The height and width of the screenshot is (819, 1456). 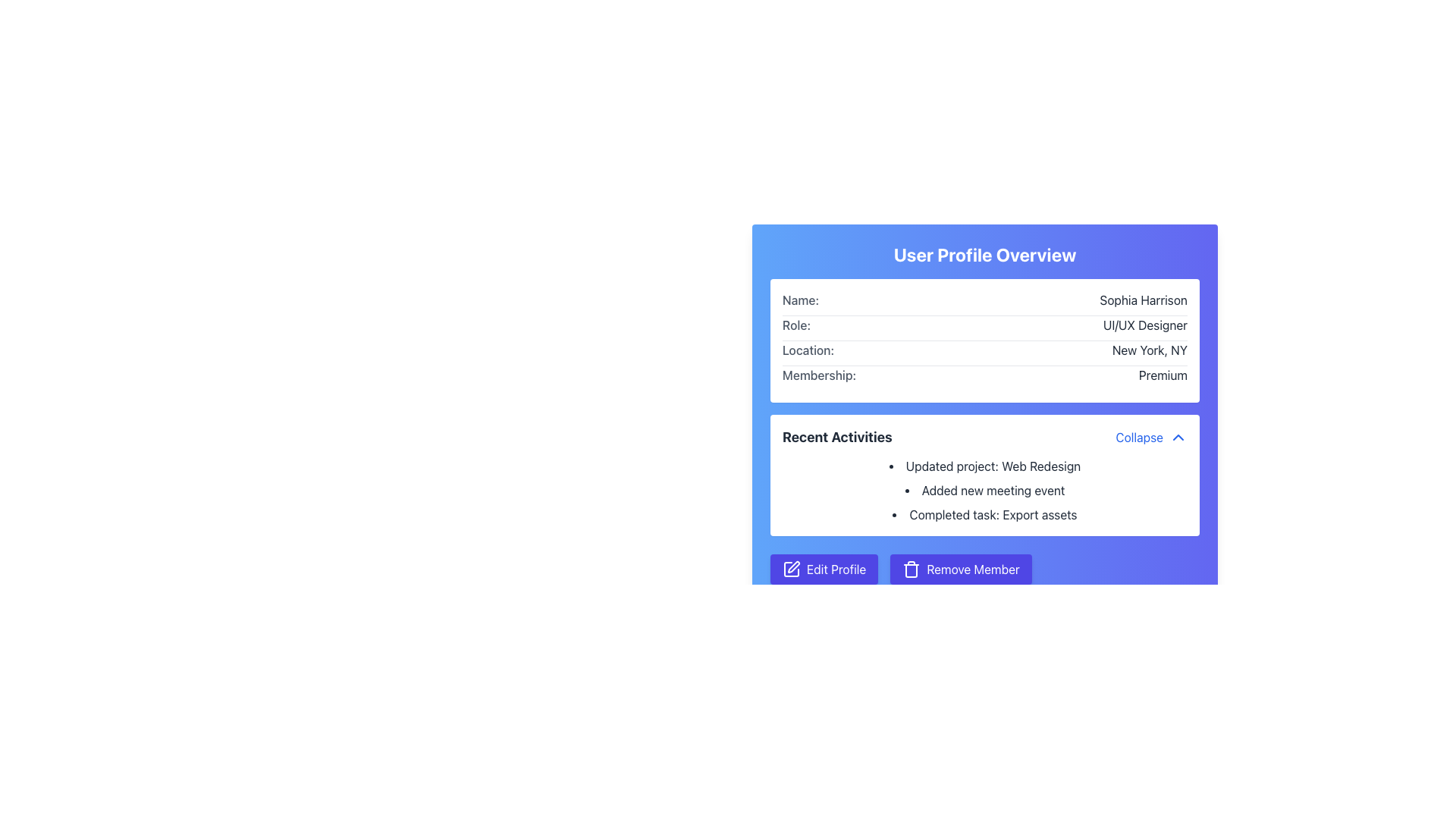 I want to click on the Text Label that indicates the user's location, which is part of the user profile details and is positioned to the left of the value 'New York, NY', so click(x=808, y=350).